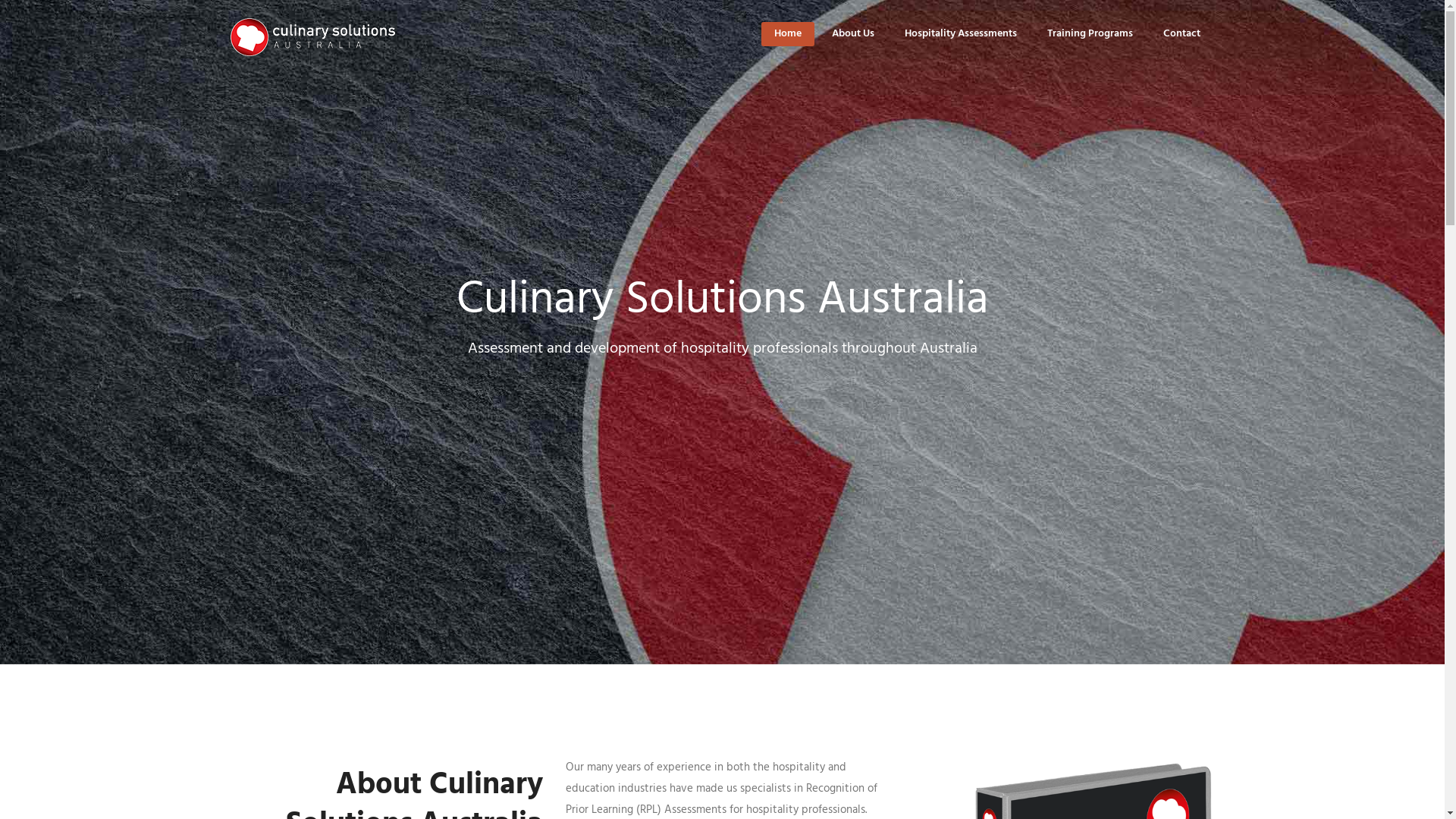 Image resolution: width=1456 pixels, height=819 pixels. What do you see at coordinates (1181, 33) in the screenshot?
I see `'Contact'` at bounding box center [1181, 33].